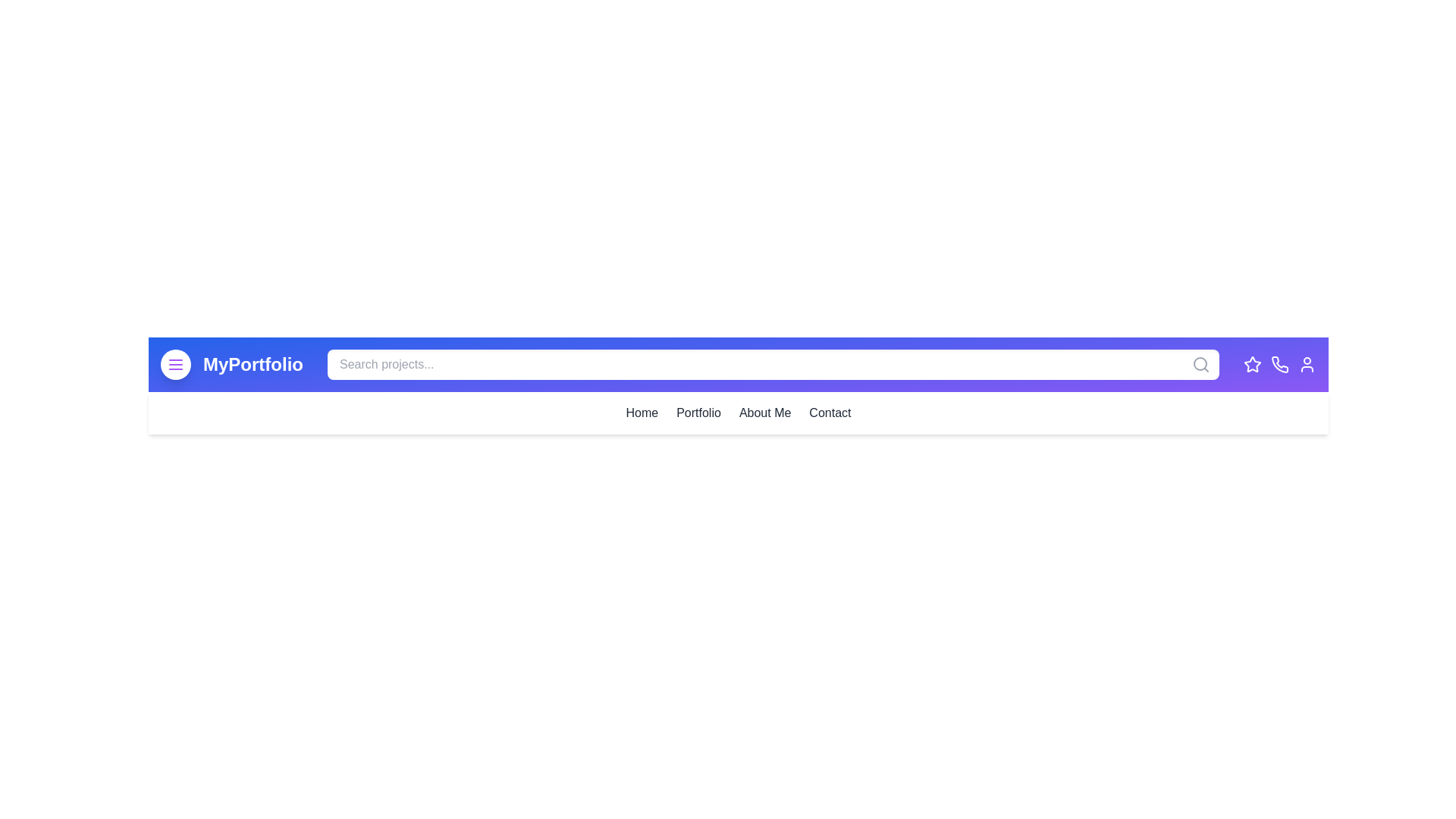 Image resolution: width=1456 pixels, height=819 pixels. Describe the element at coordinates (764, 413) in the screenshot. I see `the 'About Me' navigation link` at that location.